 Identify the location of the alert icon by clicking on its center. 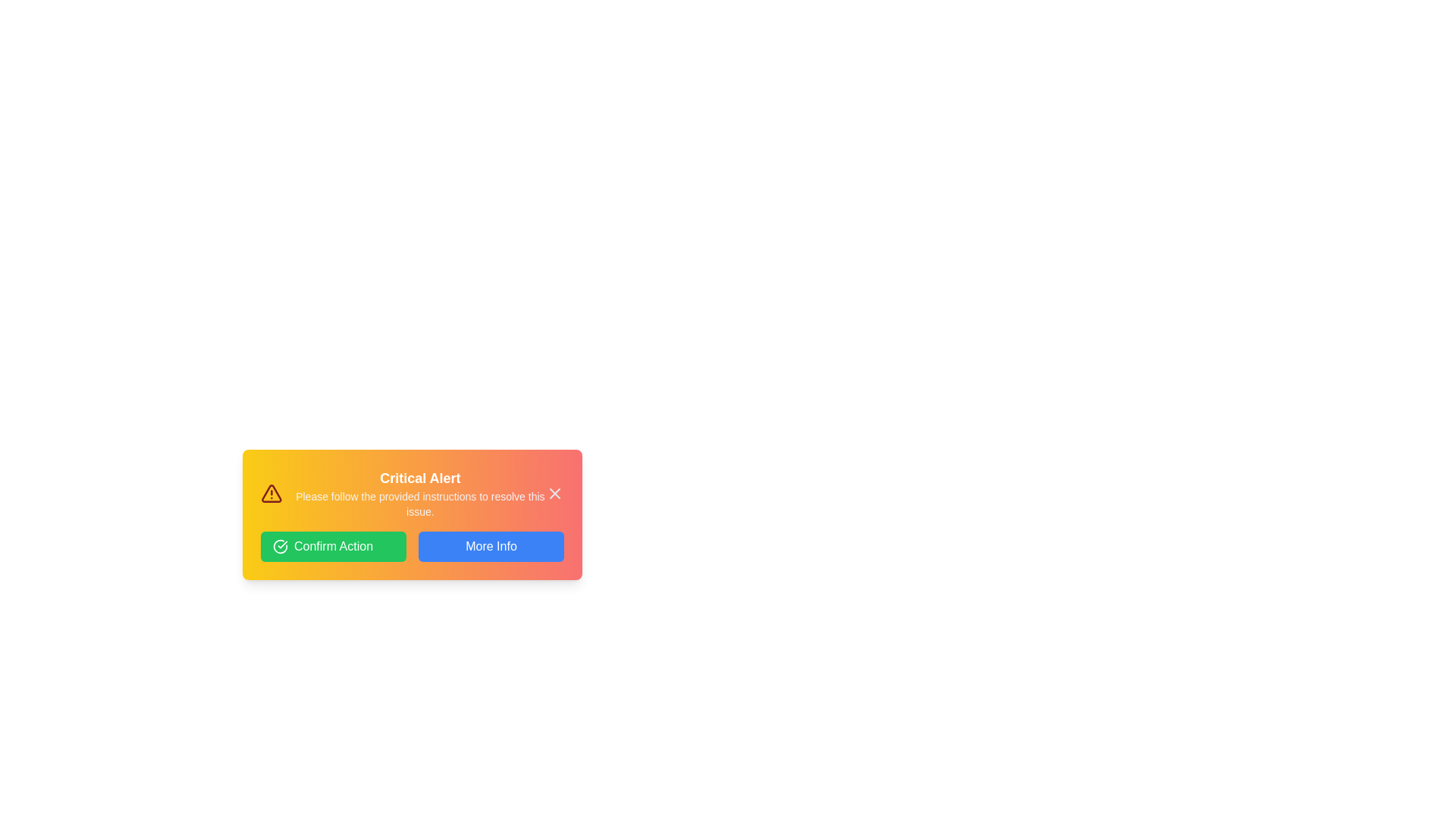
(271, 494).